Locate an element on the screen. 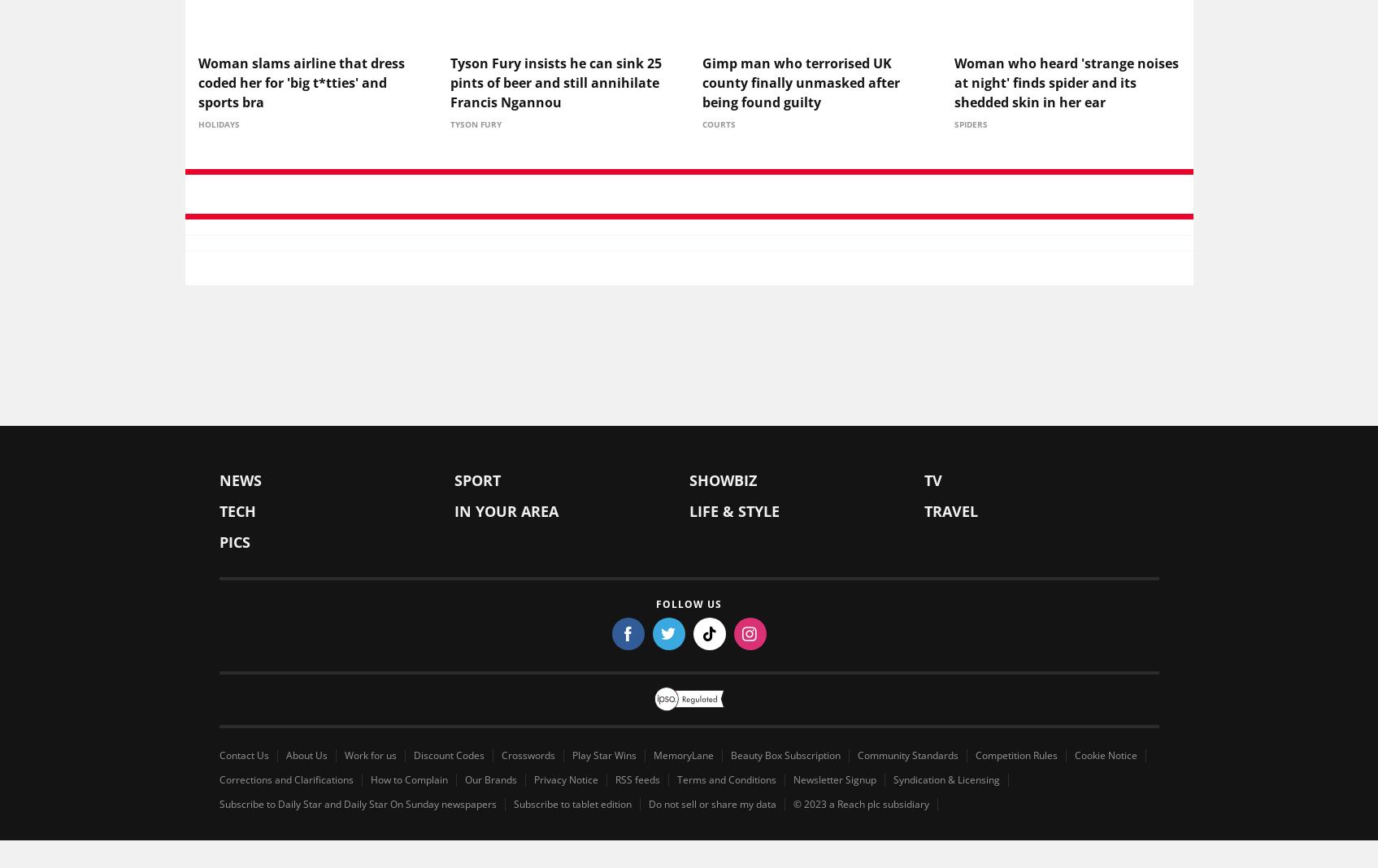 The image size is (1378, 868). 'MemoryLane' is located at coordinates (683, 757).